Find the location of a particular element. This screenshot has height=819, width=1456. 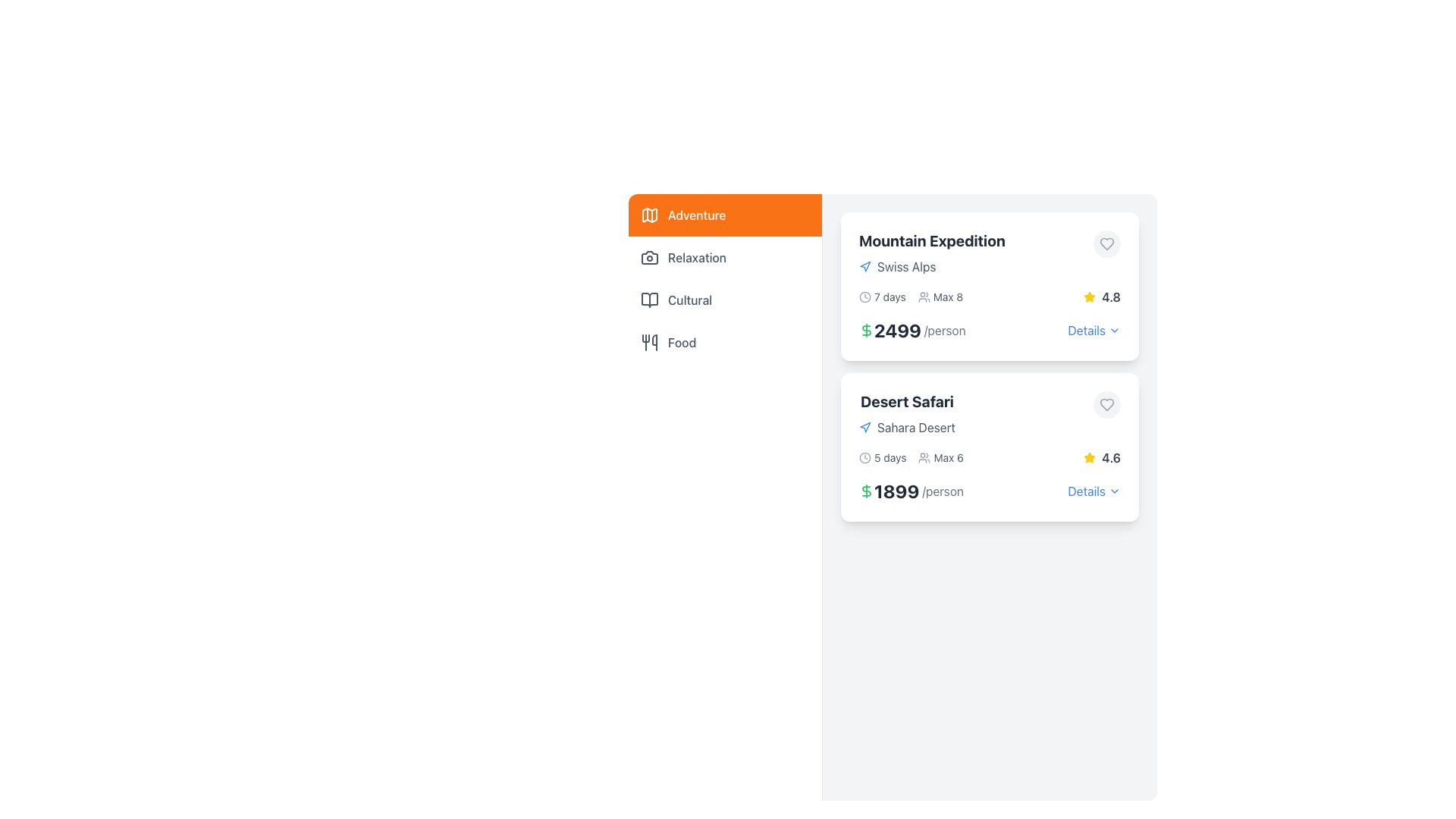

the yellow star rating icon located at the top right corner of the 'Mountain Expedition' card to interact with the rating system is located at coordinates (1089, 297).